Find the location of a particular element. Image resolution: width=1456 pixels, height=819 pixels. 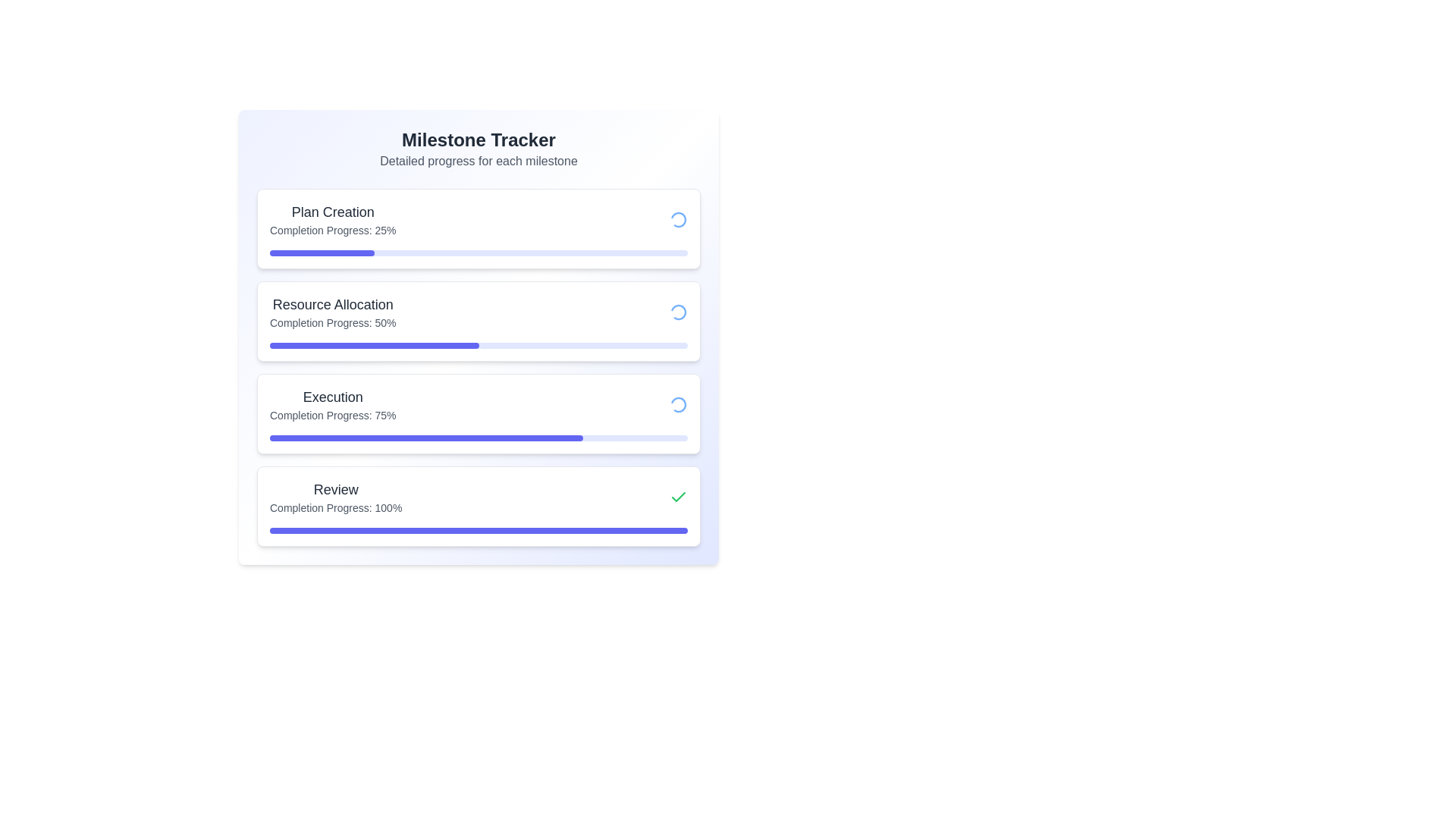

information contained in the Information Banner titled 'Resource Allocation', which shows 'Completion Progress: 50%' is located at coordinates (478, 312).